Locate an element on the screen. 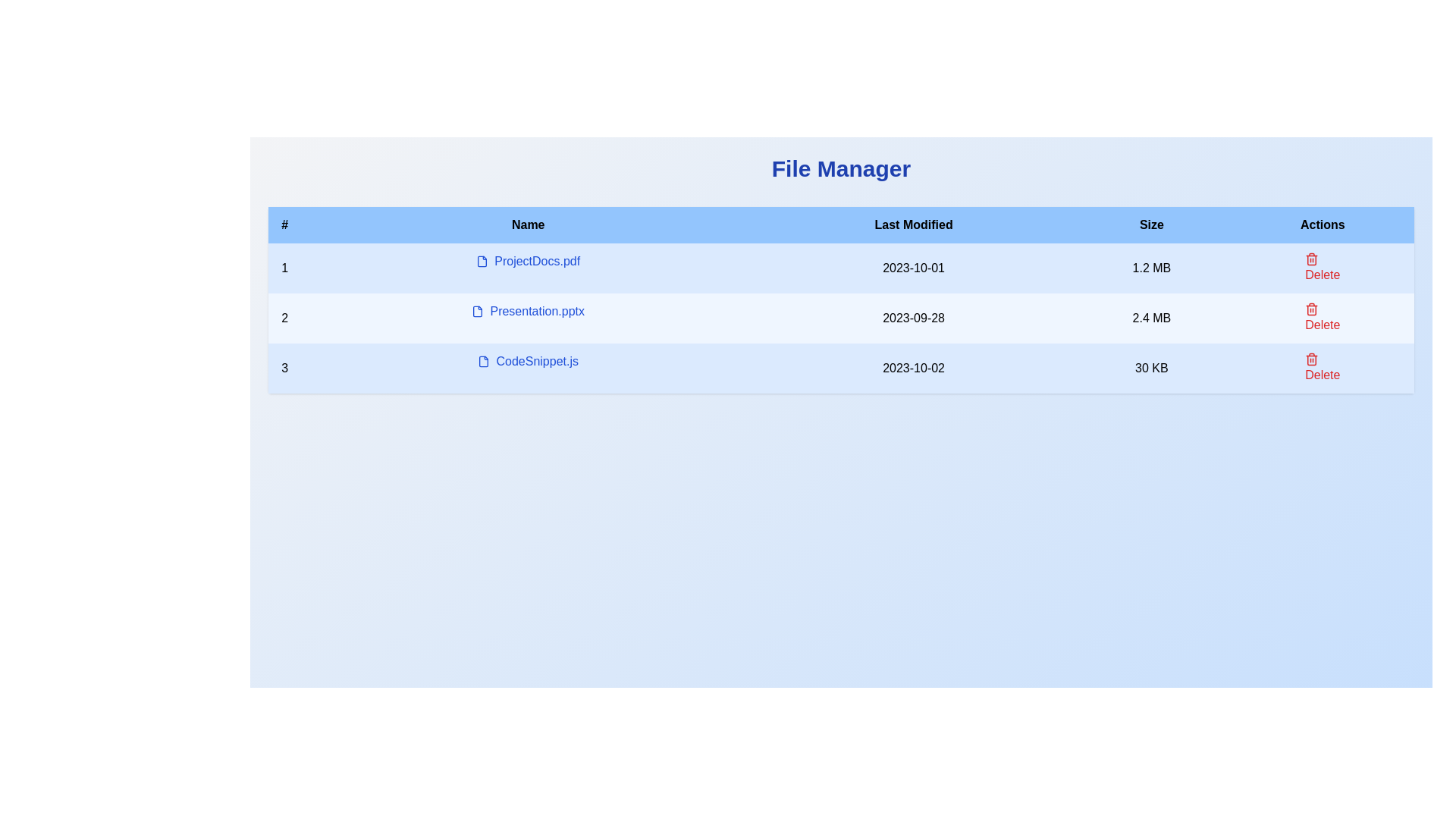 Image resolution: width=1456 pixels, height=819 pixels. the delete button in the second row of the table, aligned with the 'Actions' header, to change its text color is located at coordinates (1322, 318).